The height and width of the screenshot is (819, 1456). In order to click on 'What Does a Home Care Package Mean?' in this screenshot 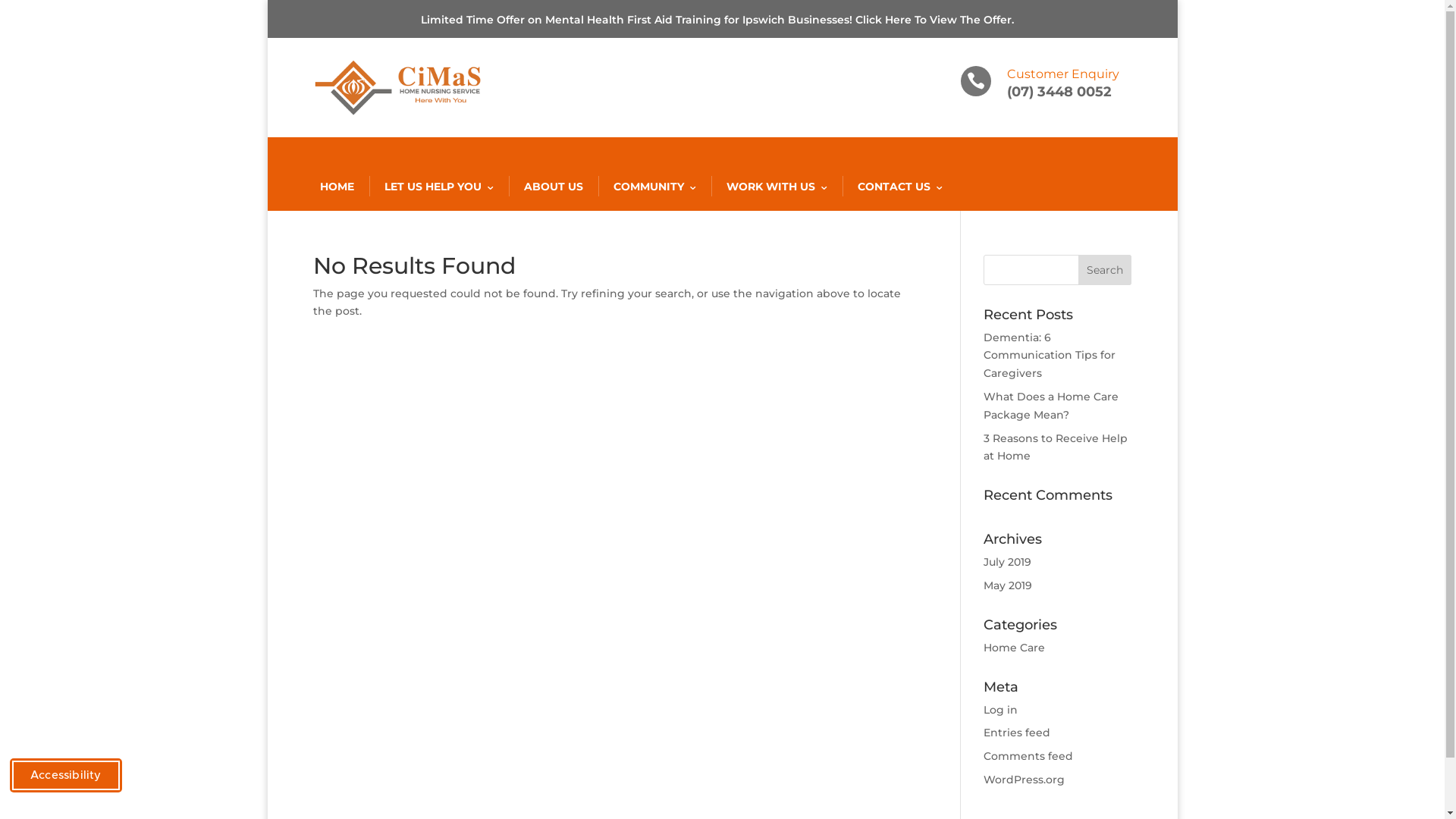, I will do `click(983, 405)`.